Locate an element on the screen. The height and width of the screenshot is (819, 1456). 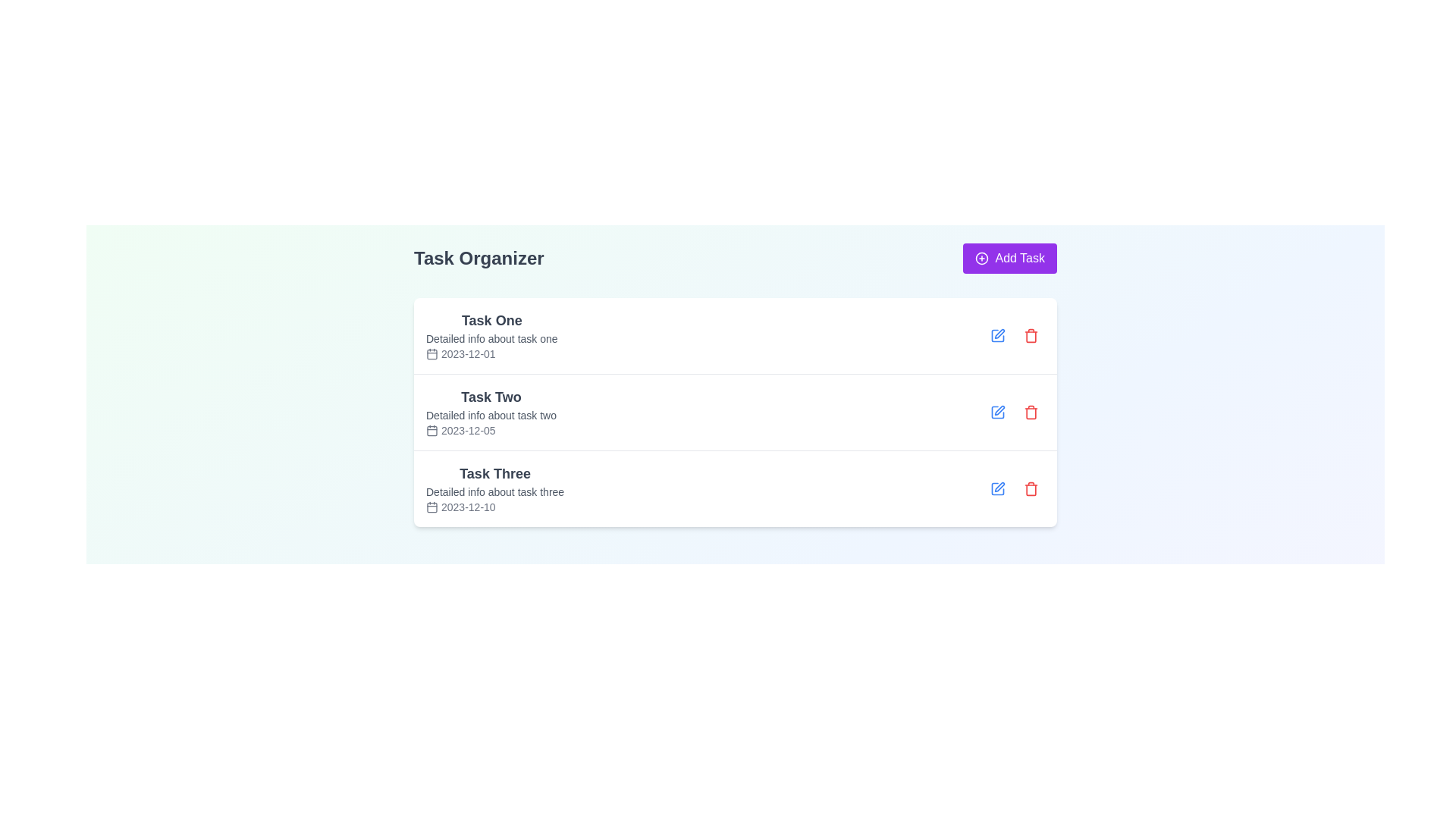
the visual separator element that organizes the edit and delete icons for 'Task One' in the task list is located at coordinates (1015, 335).